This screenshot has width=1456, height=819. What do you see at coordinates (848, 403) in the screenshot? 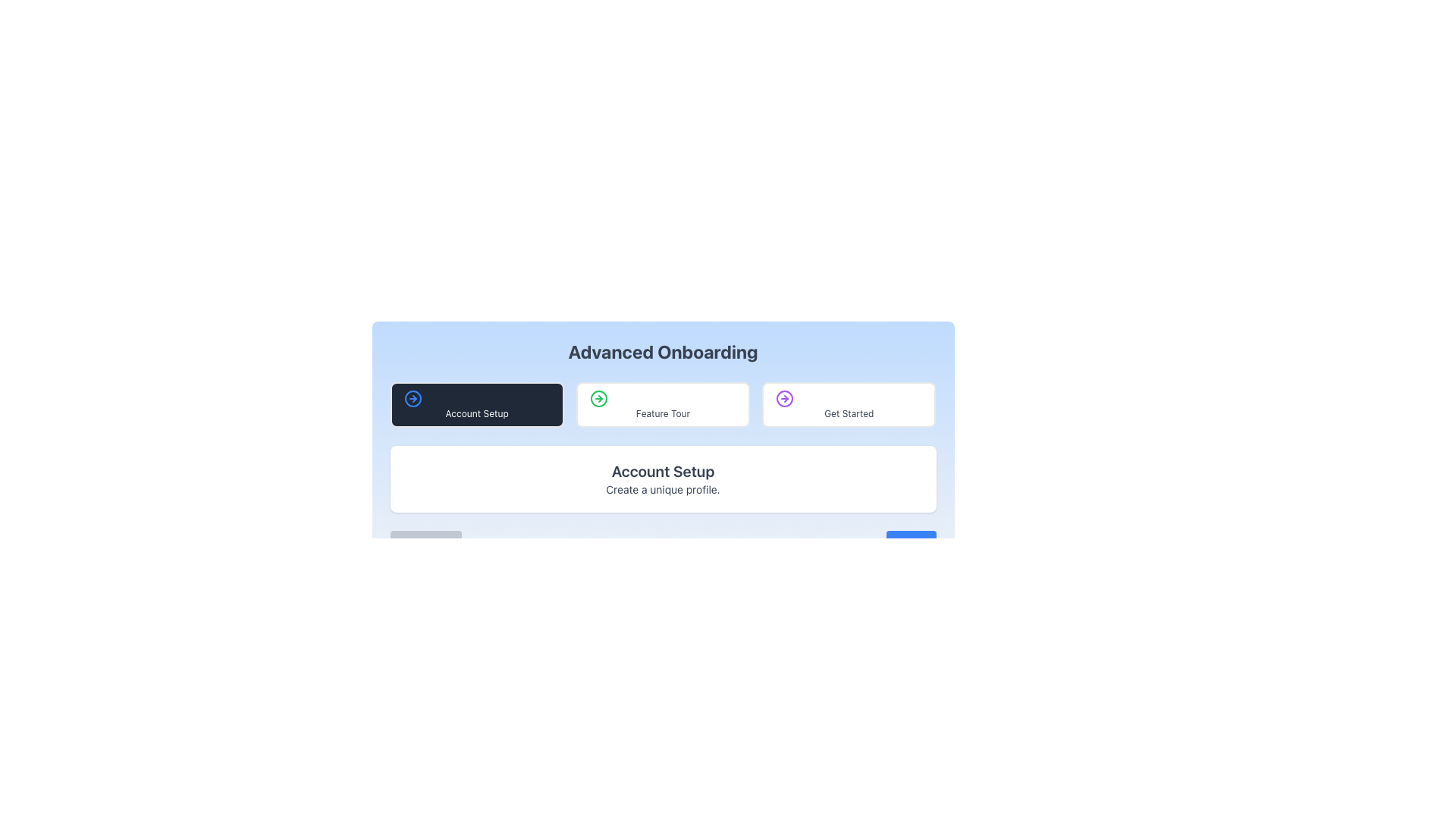
I see `the 'Get Started' button, which is a rectangular button with rounded corners, a white background, a left-aligned purple arrow icon, and centered gray text` at bounding box center [848, 403].